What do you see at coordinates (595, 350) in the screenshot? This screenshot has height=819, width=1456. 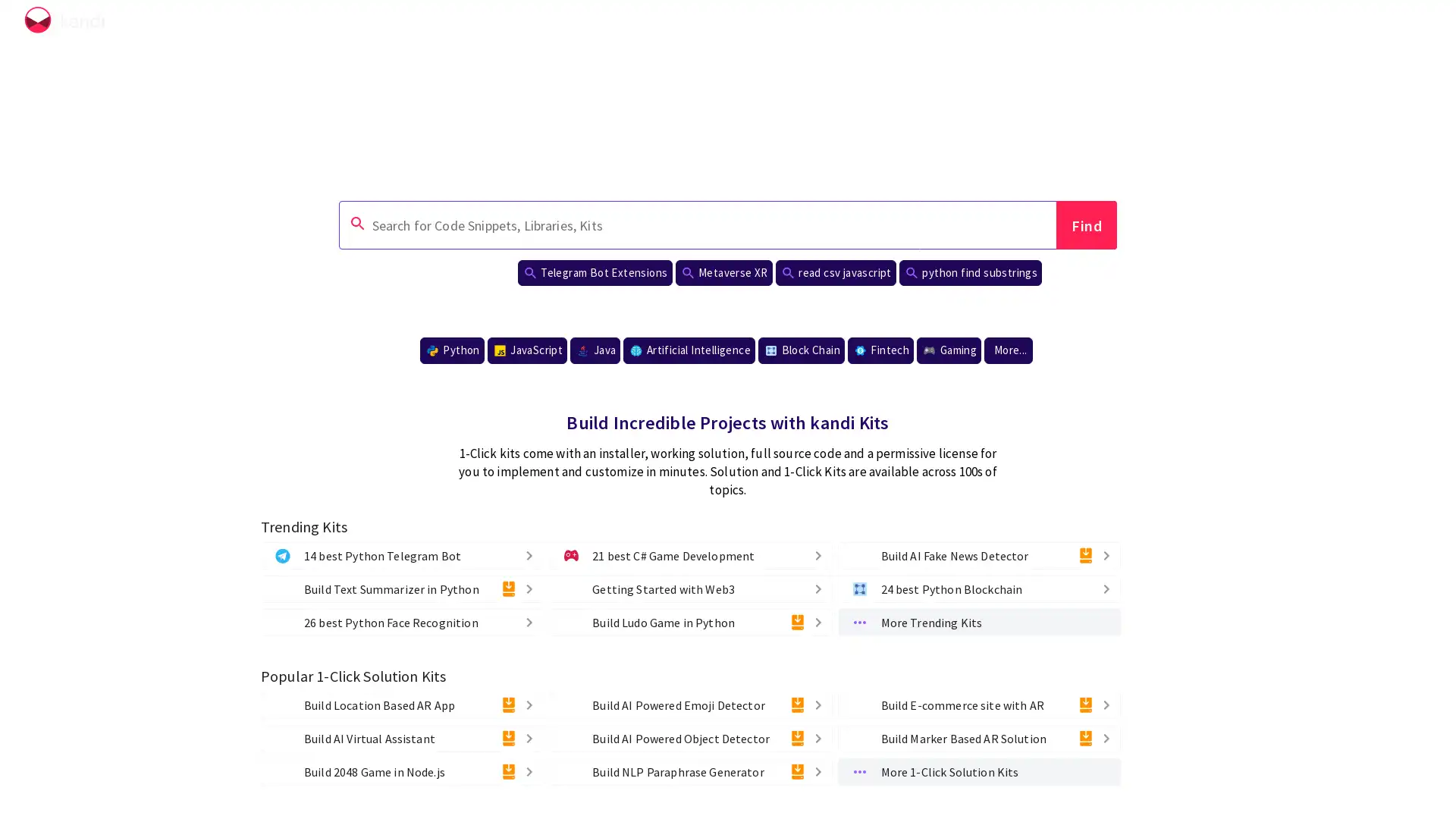 I see `java icon Java` at bounding box center [595, 350].